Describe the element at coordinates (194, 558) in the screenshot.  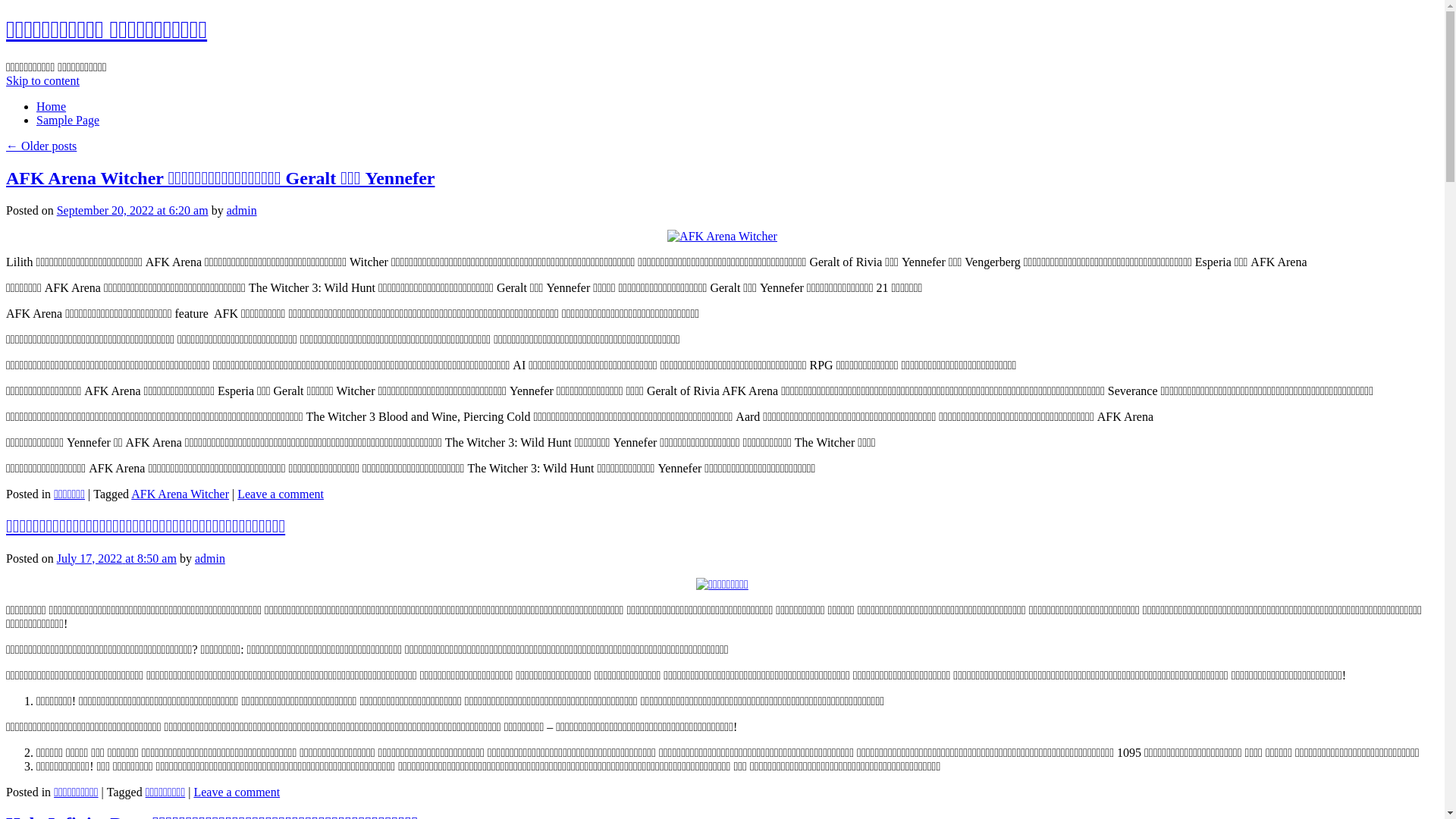
I see `'admin'` at that location.